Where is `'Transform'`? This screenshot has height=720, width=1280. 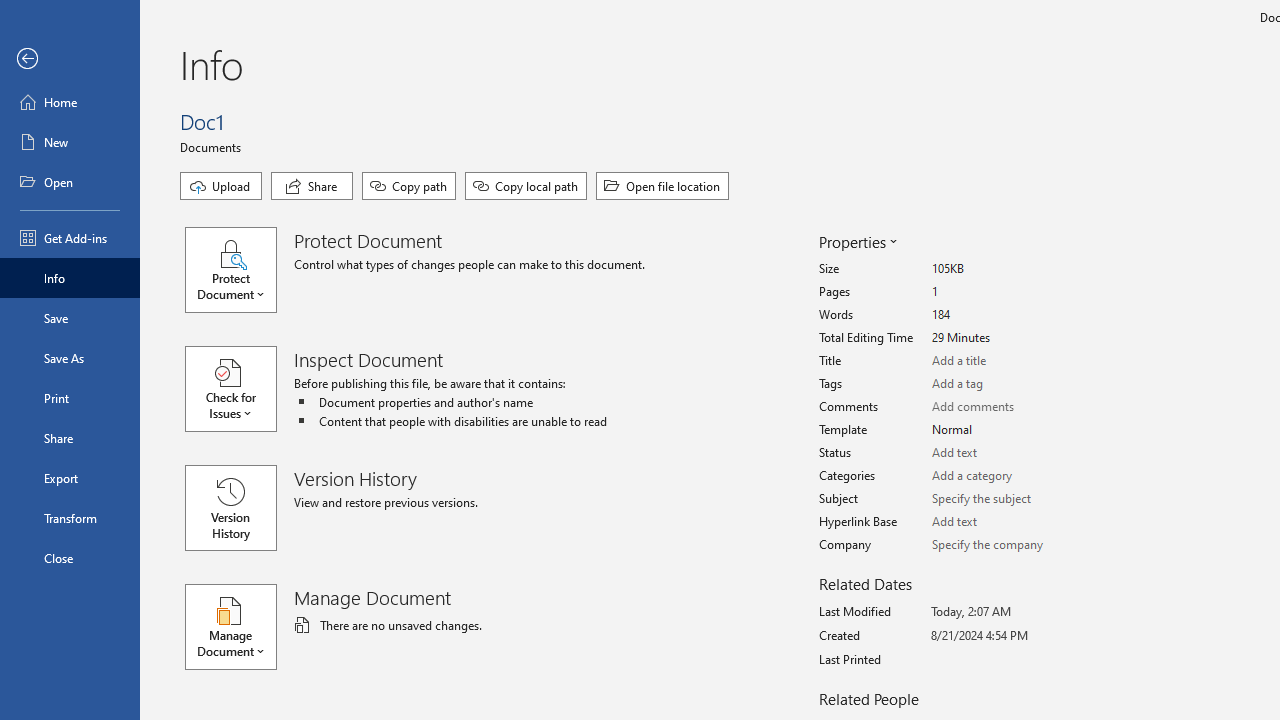
'Transform' is located at coordinates (69, 517).